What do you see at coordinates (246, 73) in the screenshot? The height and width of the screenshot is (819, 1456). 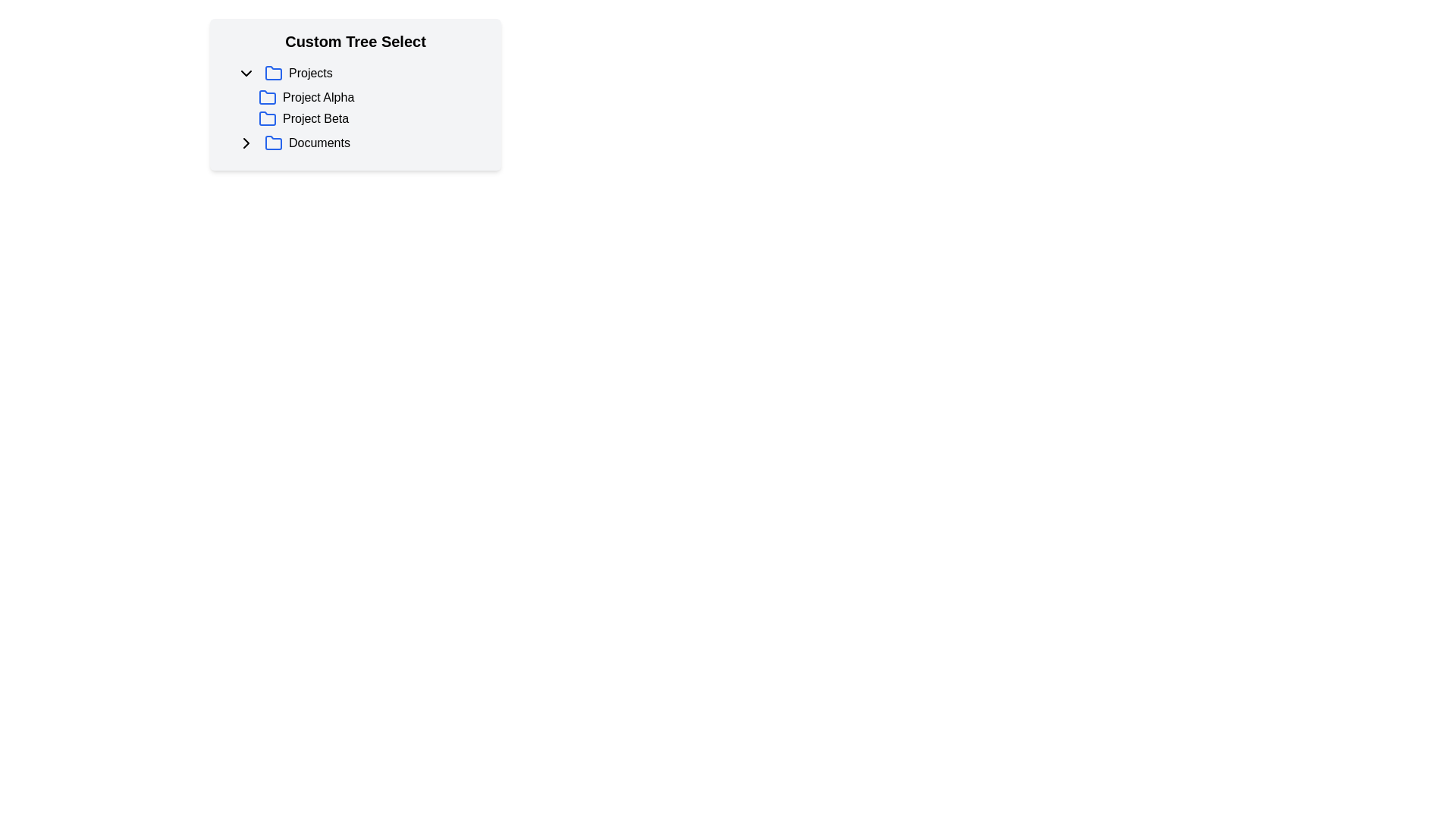 I see `the Dropdown toggle button with a downward-facing chevron symbol, located to the left of the 'Projects' label` at bounding box center [246, 73].